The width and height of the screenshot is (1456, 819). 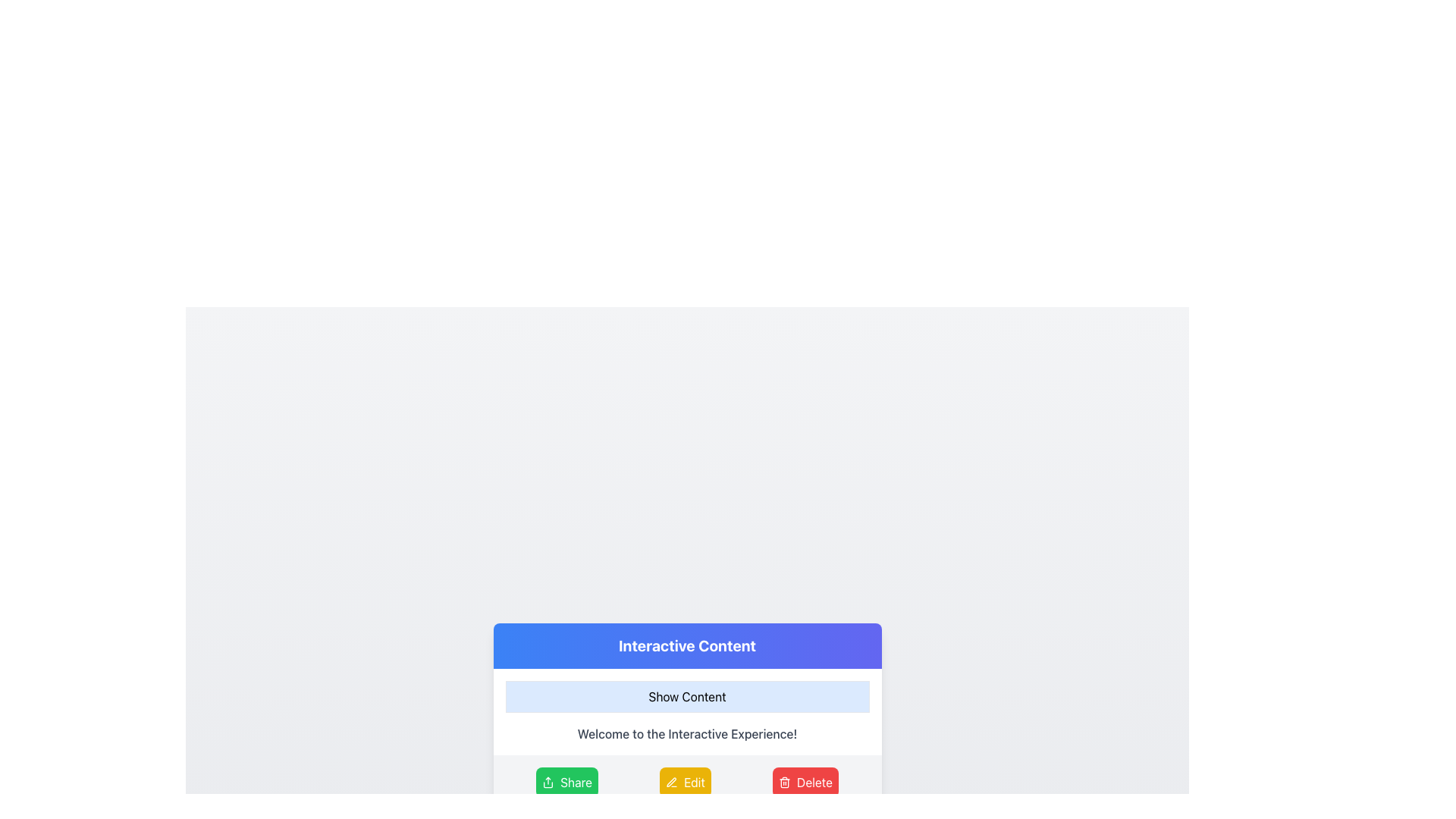 I want to click on the yellow 'Edit' button on the Toolbar located at the bottom of the white card titled 'Interactive Content', so click(x=686, y=783).